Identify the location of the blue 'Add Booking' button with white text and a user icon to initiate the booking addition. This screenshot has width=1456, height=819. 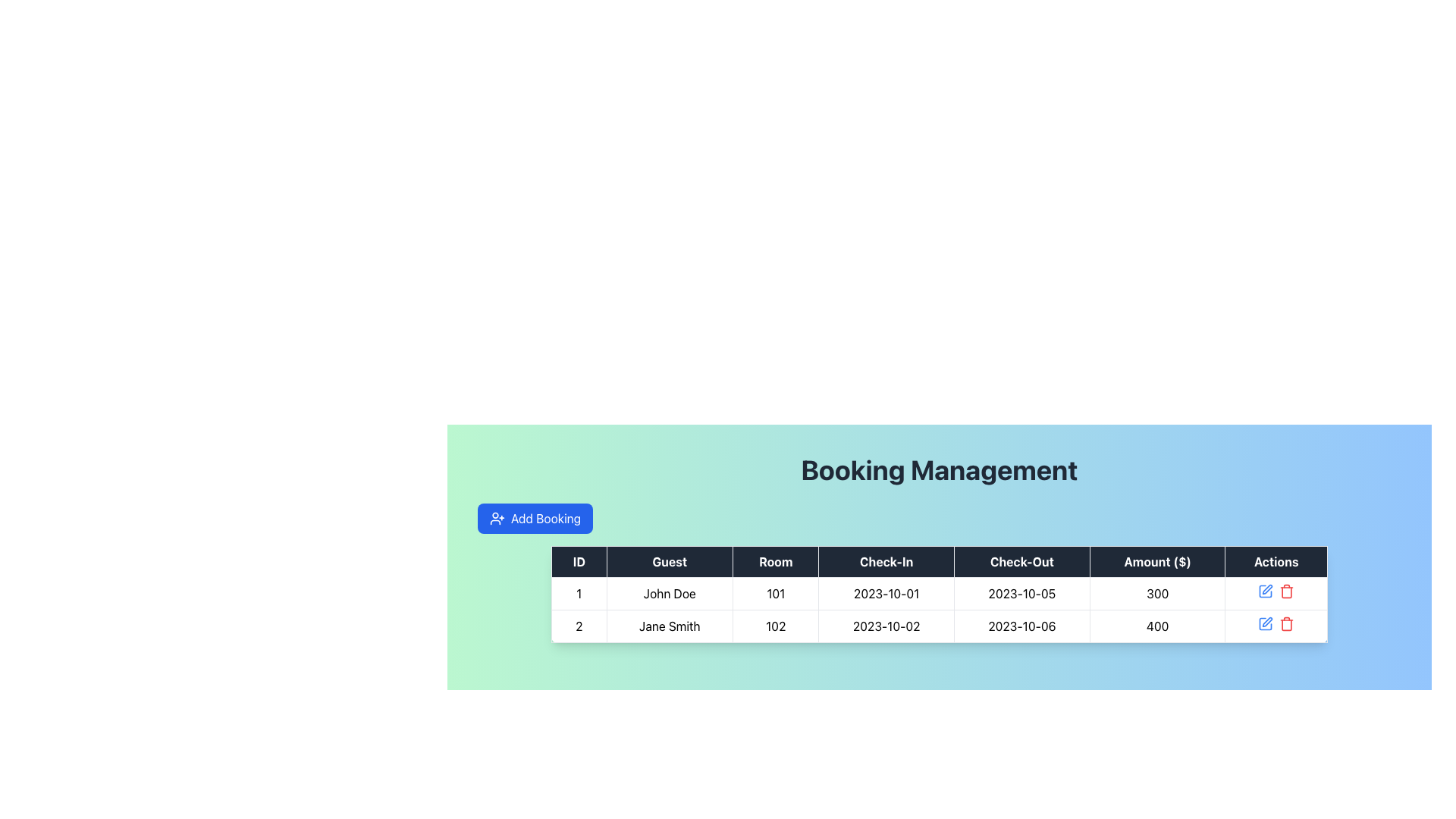
(535, 517).